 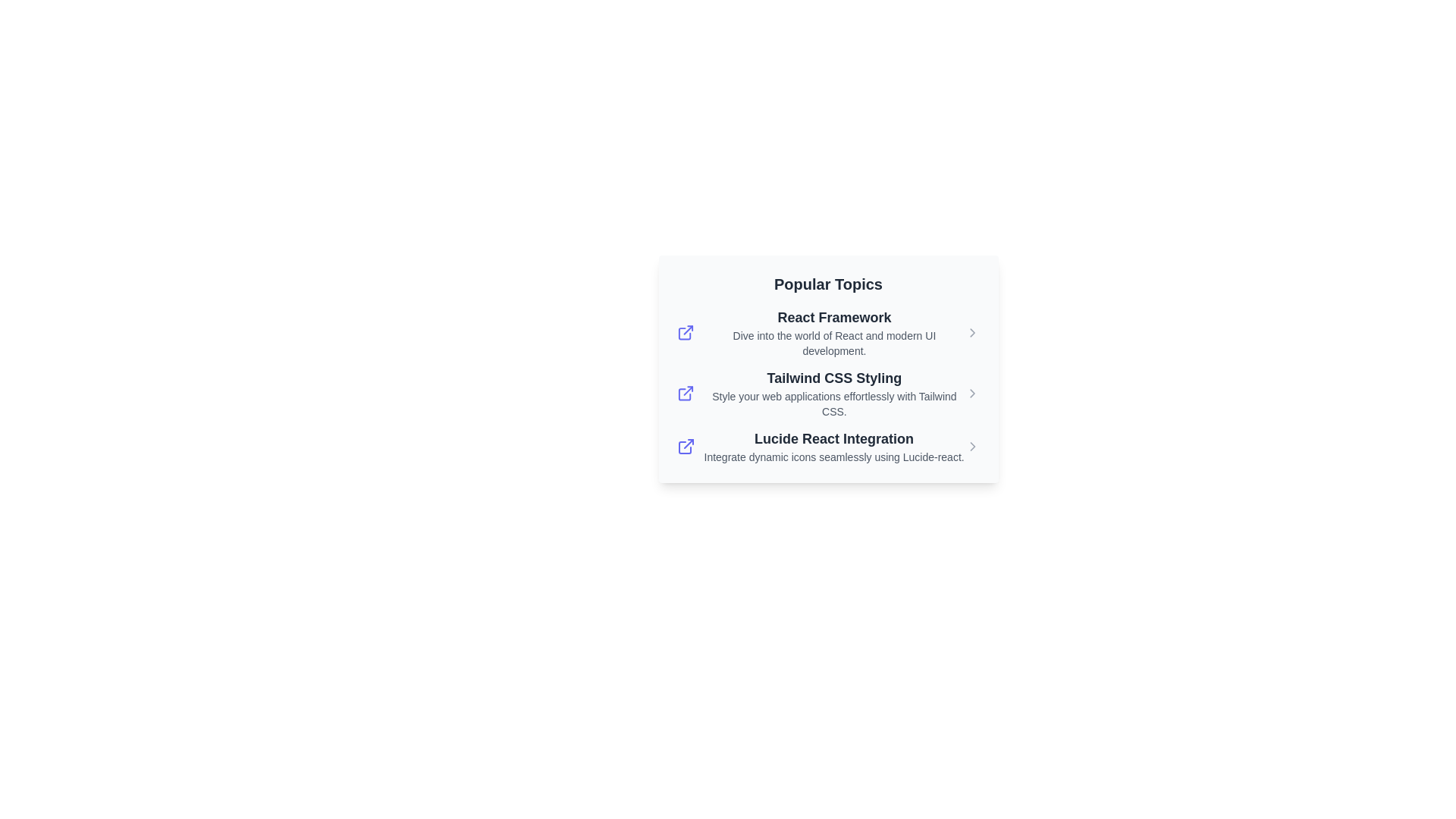 I want to click on the Chevron icon indicating navigation for 'Lucide React Integration', so click(x=972, y=446).